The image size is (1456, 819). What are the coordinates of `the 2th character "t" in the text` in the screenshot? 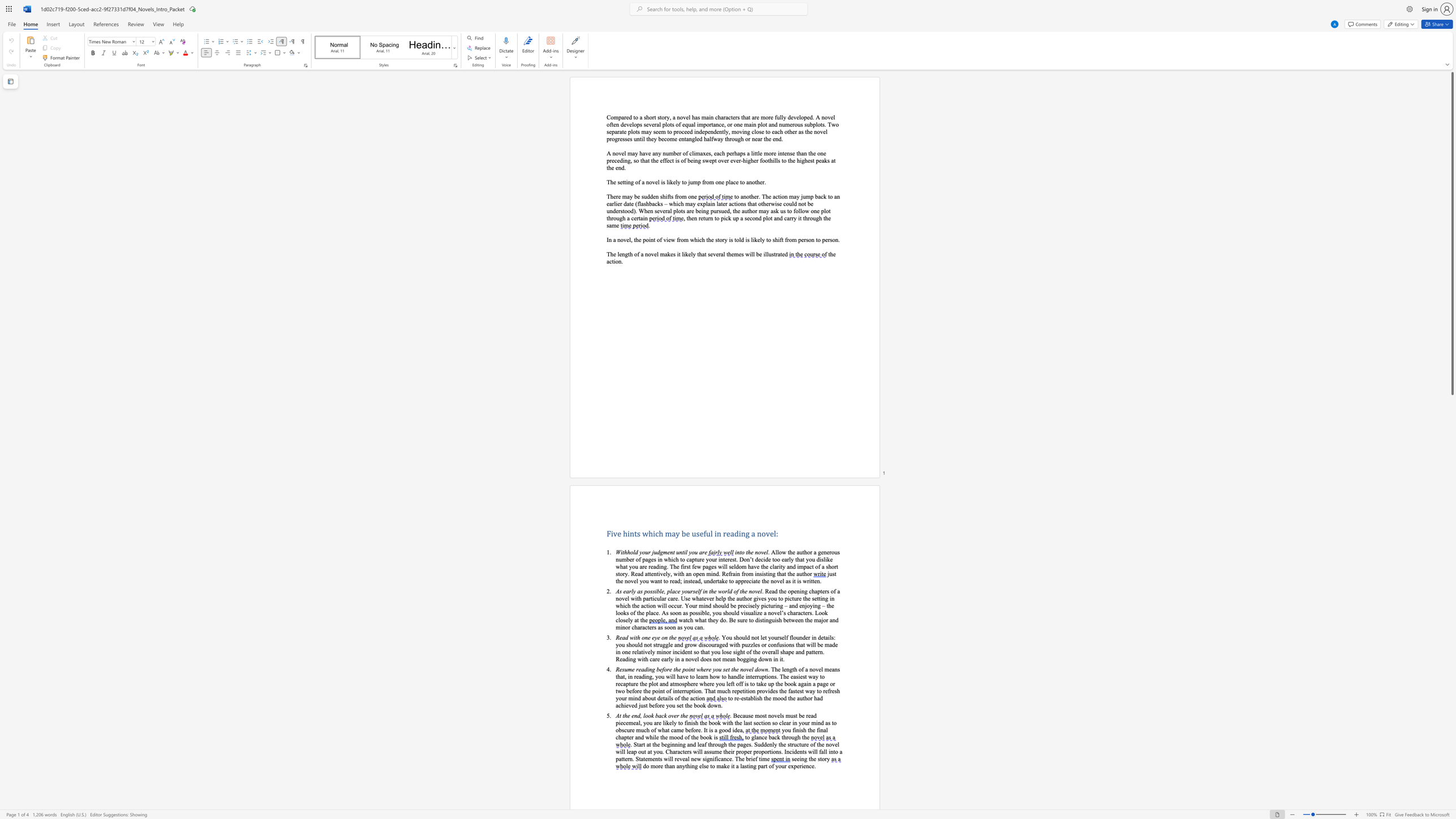 It's located at (747, 697).